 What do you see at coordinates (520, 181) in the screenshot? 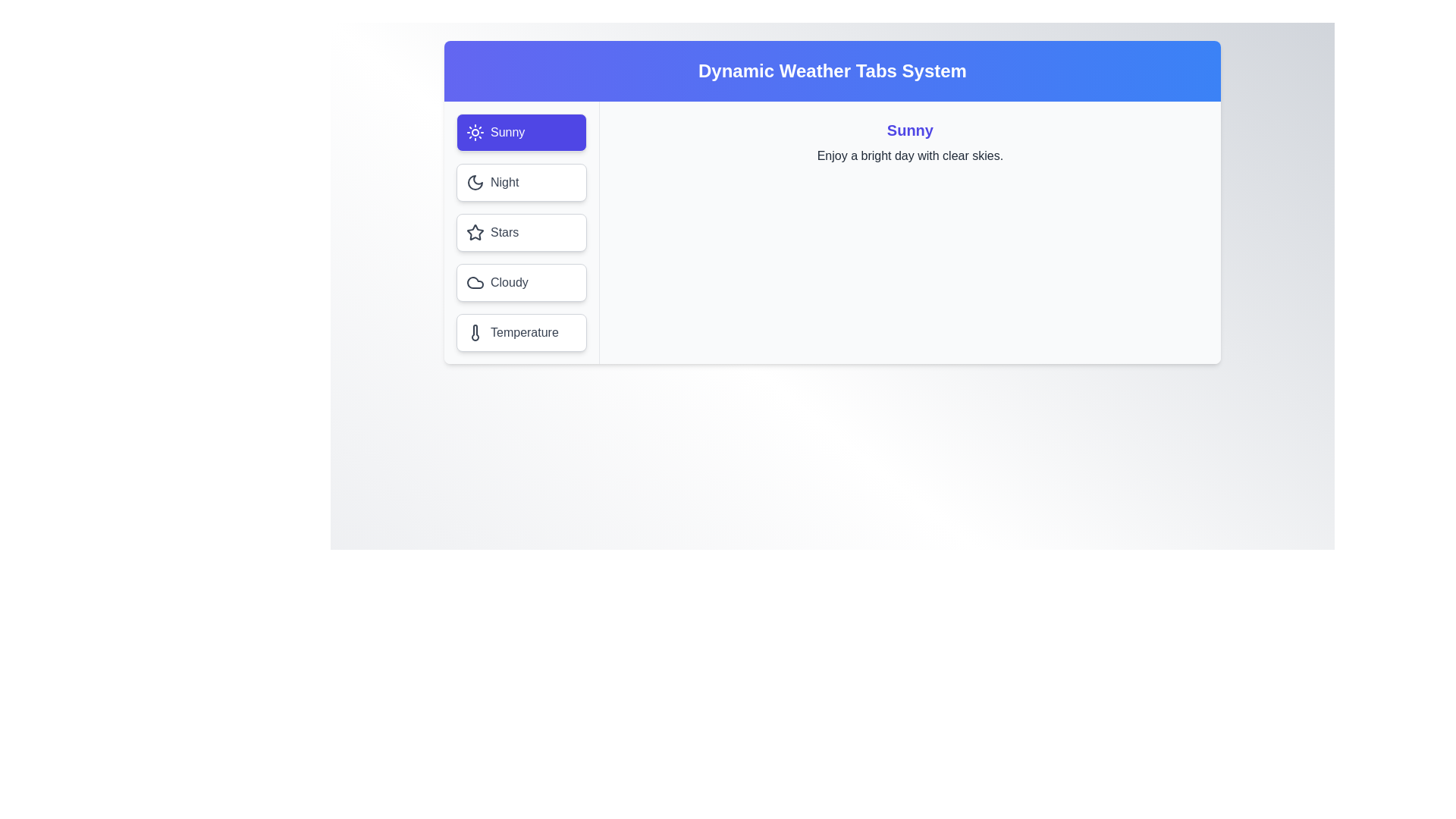
I see `the tab corresponding to the weather condition Night to view its content` at bounding box center [520, 181].